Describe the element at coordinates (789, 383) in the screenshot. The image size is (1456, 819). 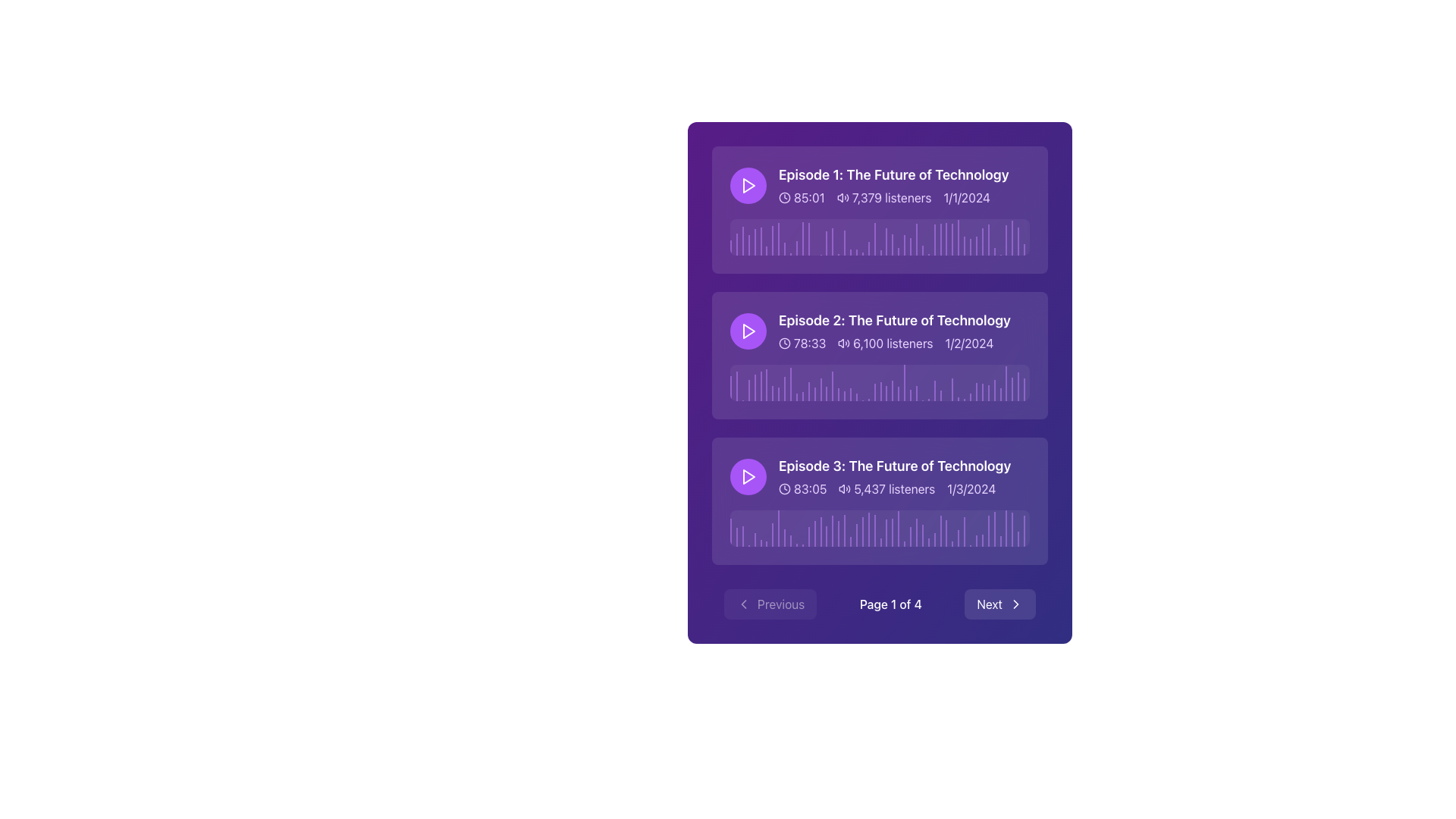
I see `the Progress indicator, which is part of the horizontal waveform bar for 'Episode 2: The Future of Technology', positioned approximately 20% from the left side of the waveform area` at that location.